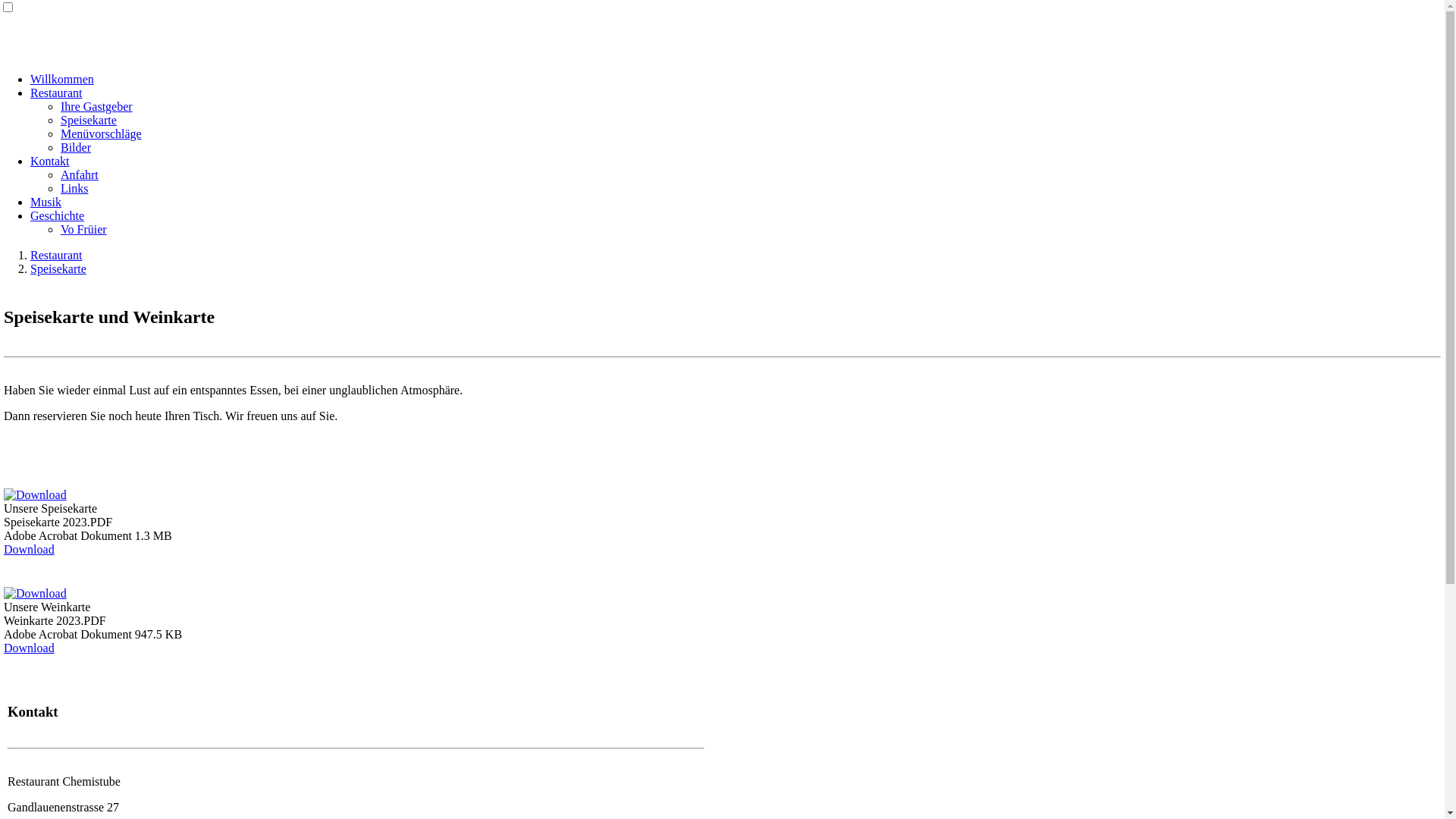  Describe the element at coordinates (45, 201) in the screenshot. I see `'Musik'` at that location.